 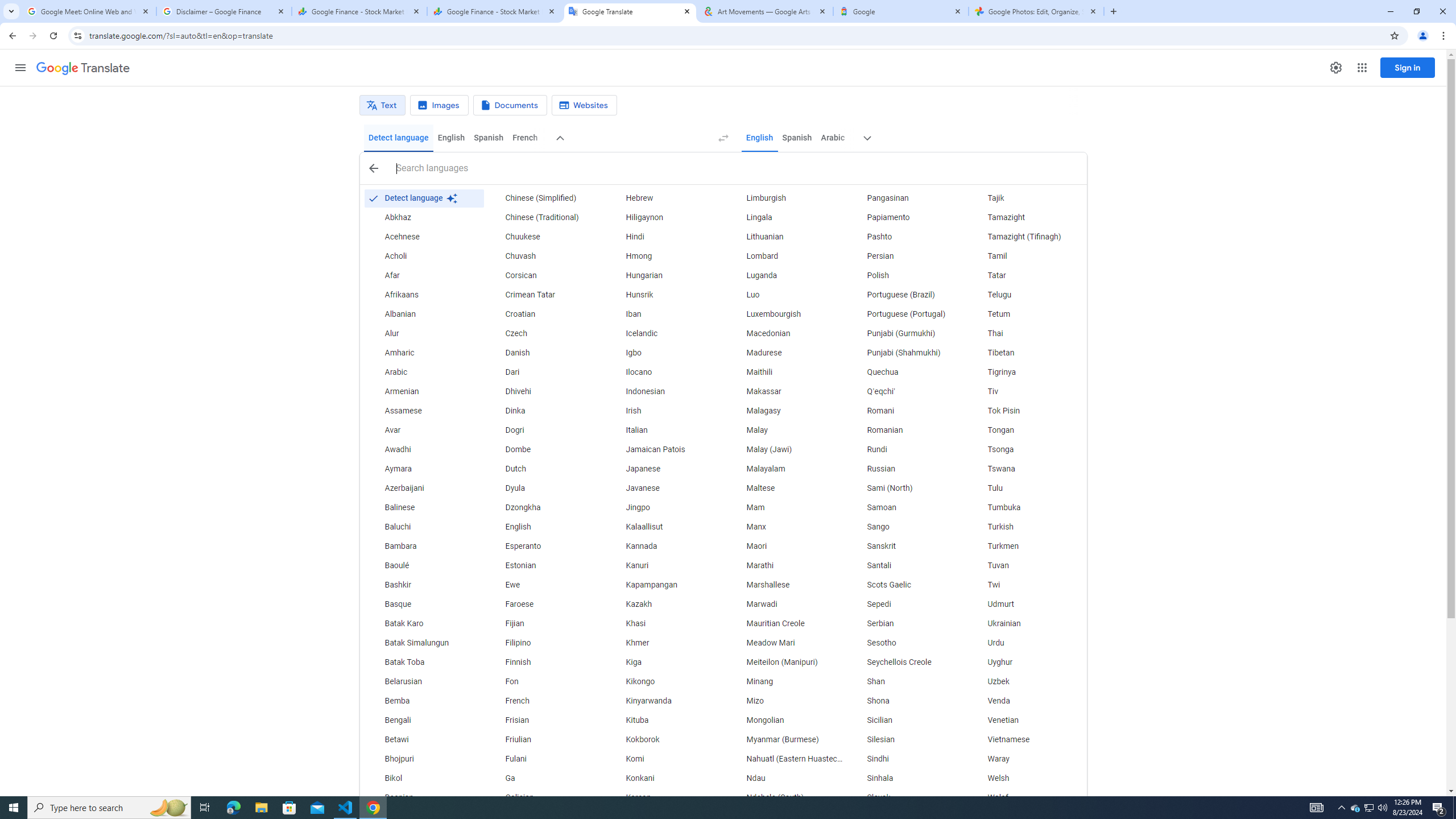 I want to click on 'Maori', so click(x=785, y=546).